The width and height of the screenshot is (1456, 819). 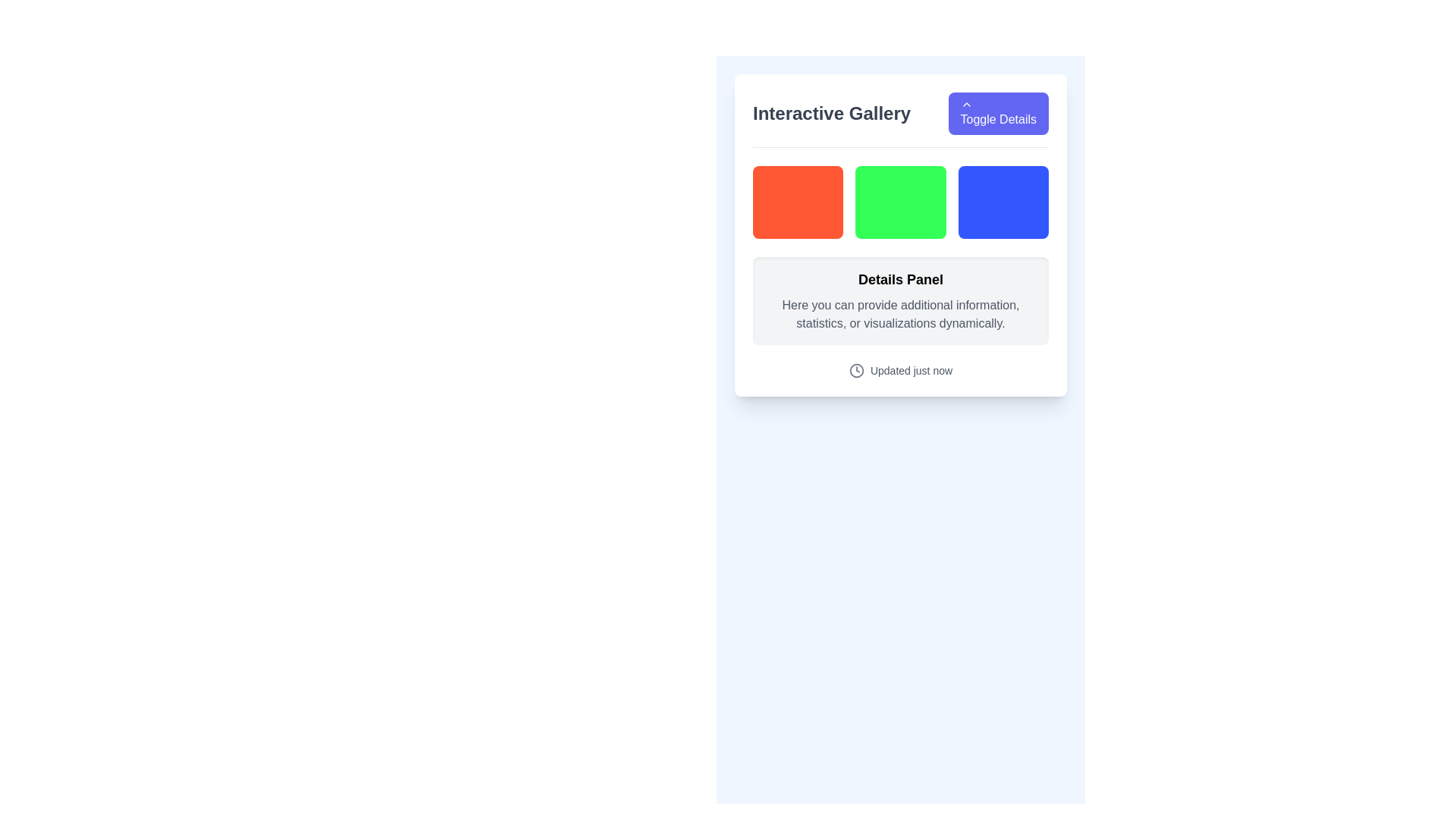 What do you see at coordinates (965, 104) in the screenshot?
I see `the upward chevron icon inside the 'Toggle Details' button` at bounding box center [965, 104].